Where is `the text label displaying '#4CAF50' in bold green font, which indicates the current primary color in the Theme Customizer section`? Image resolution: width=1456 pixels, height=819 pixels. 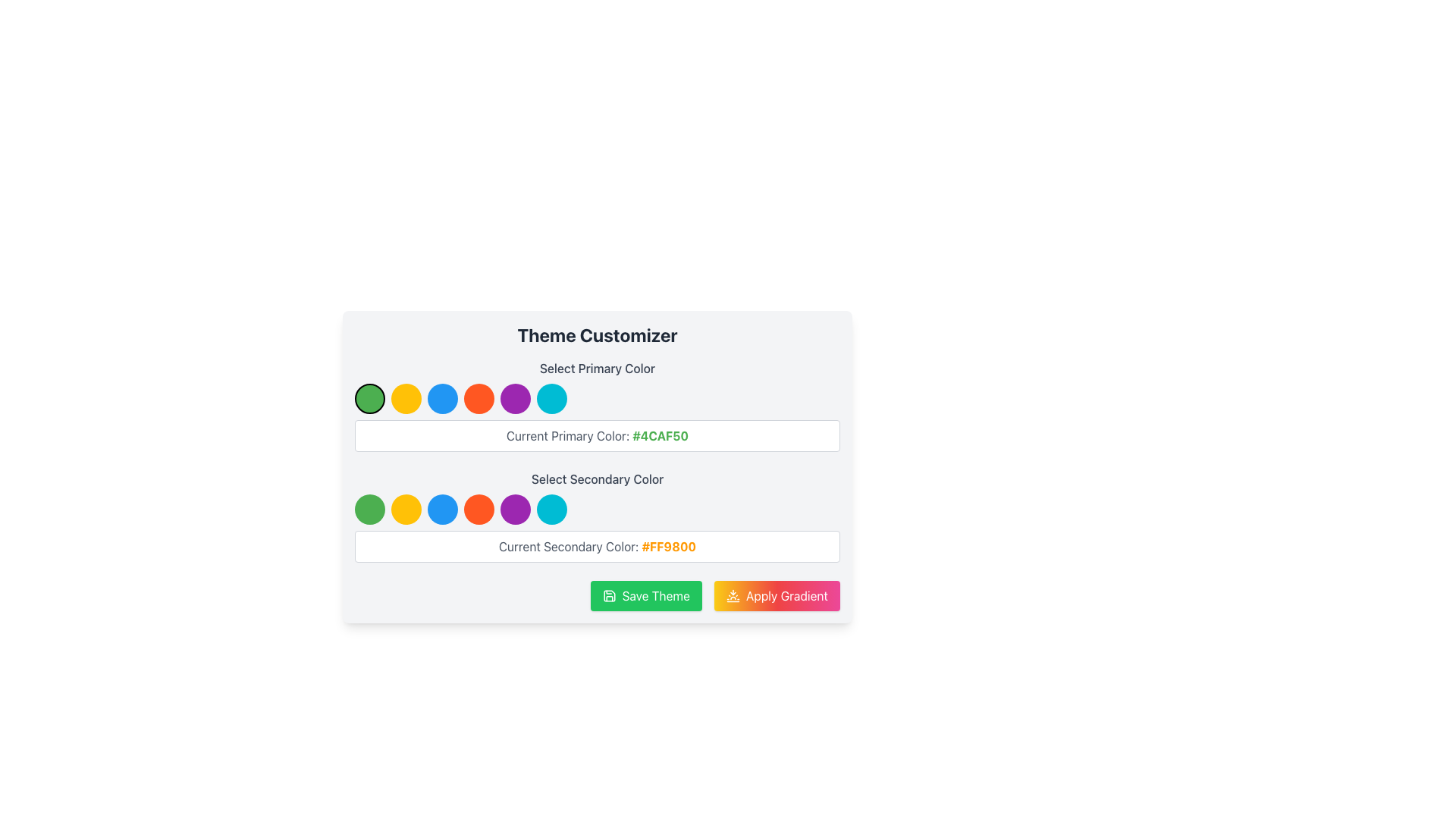
the text label displaying '#4CAF50' in bold green font, which indicates the current primary color in the Theme Customizer section is located at coordinates (661, 435).